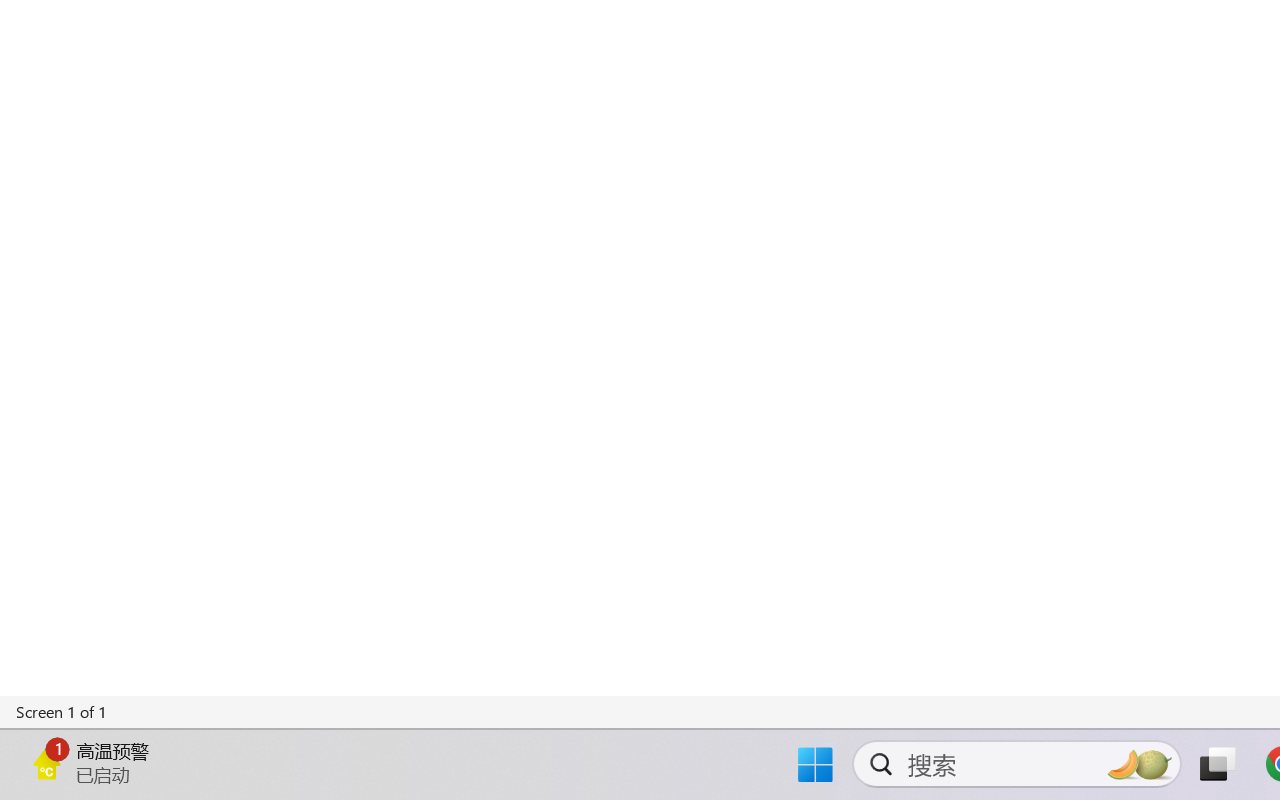  I want to click on 'Page Number Screen 1 of 1 ', so click(62, 711).